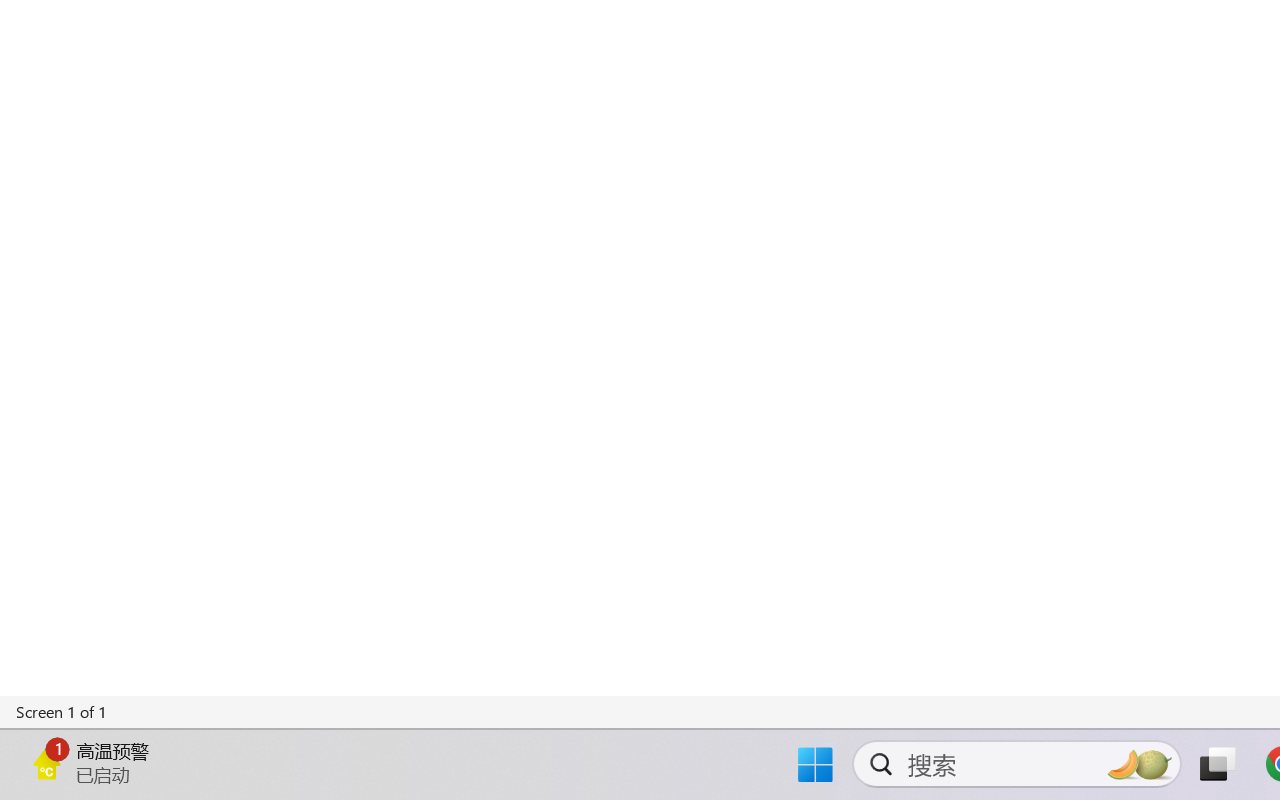  I want to click on 'Page Number Screen 1 of 1 ', so click(62, 711).